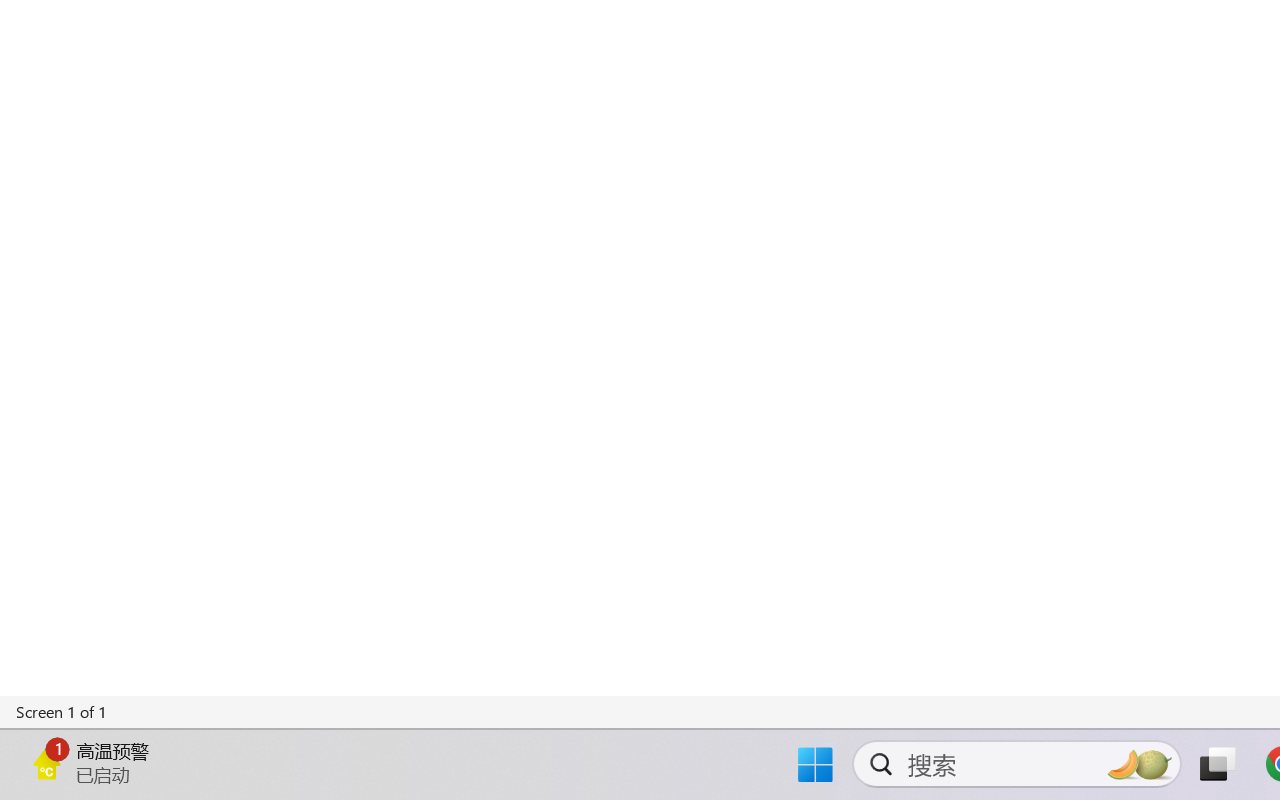  I want to click on 'Page Number Screen 1 of 1 ', so click(62, 711).